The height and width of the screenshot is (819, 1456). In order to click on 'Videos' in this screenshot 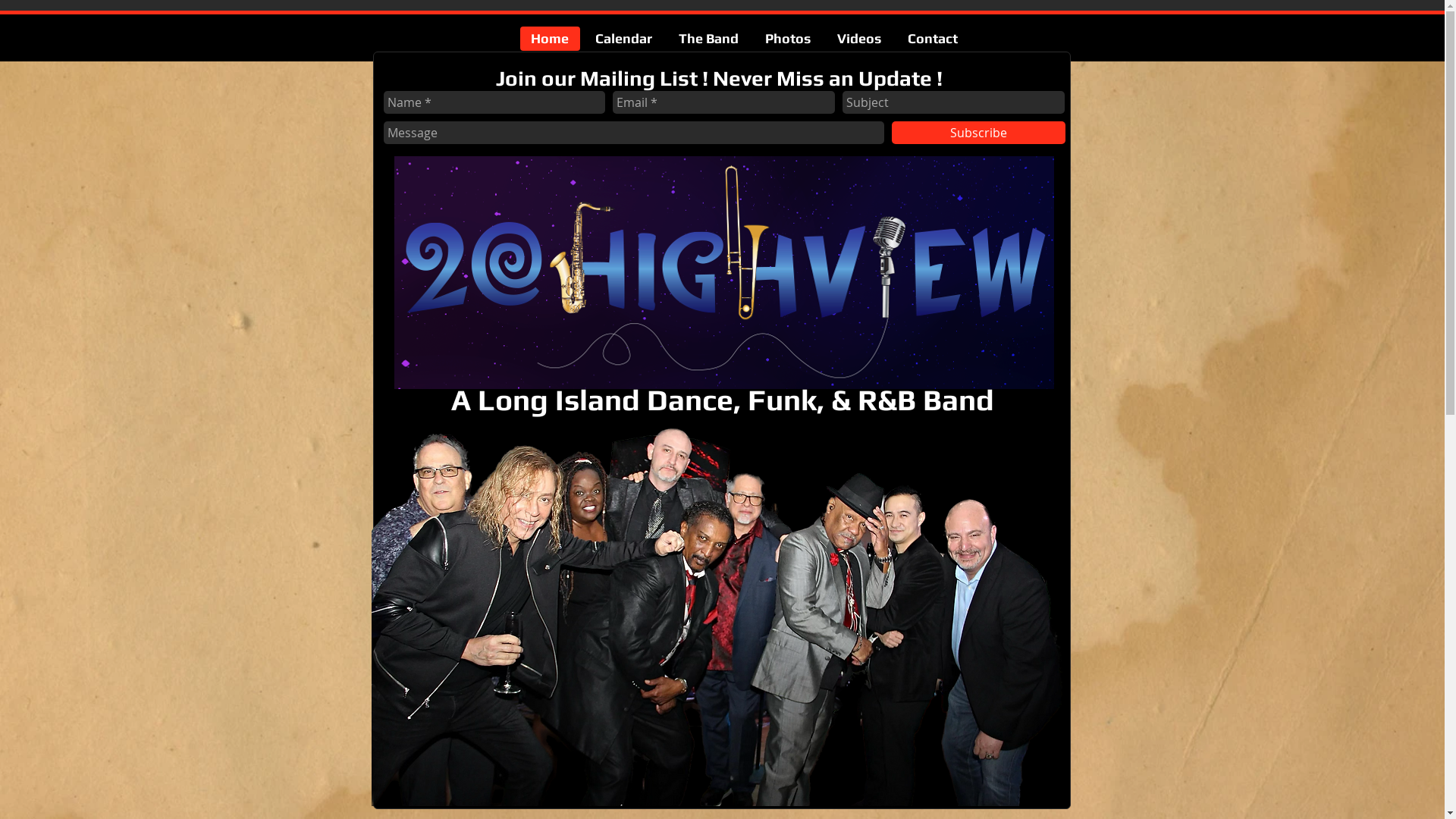, I will do `click(859, 37)`.